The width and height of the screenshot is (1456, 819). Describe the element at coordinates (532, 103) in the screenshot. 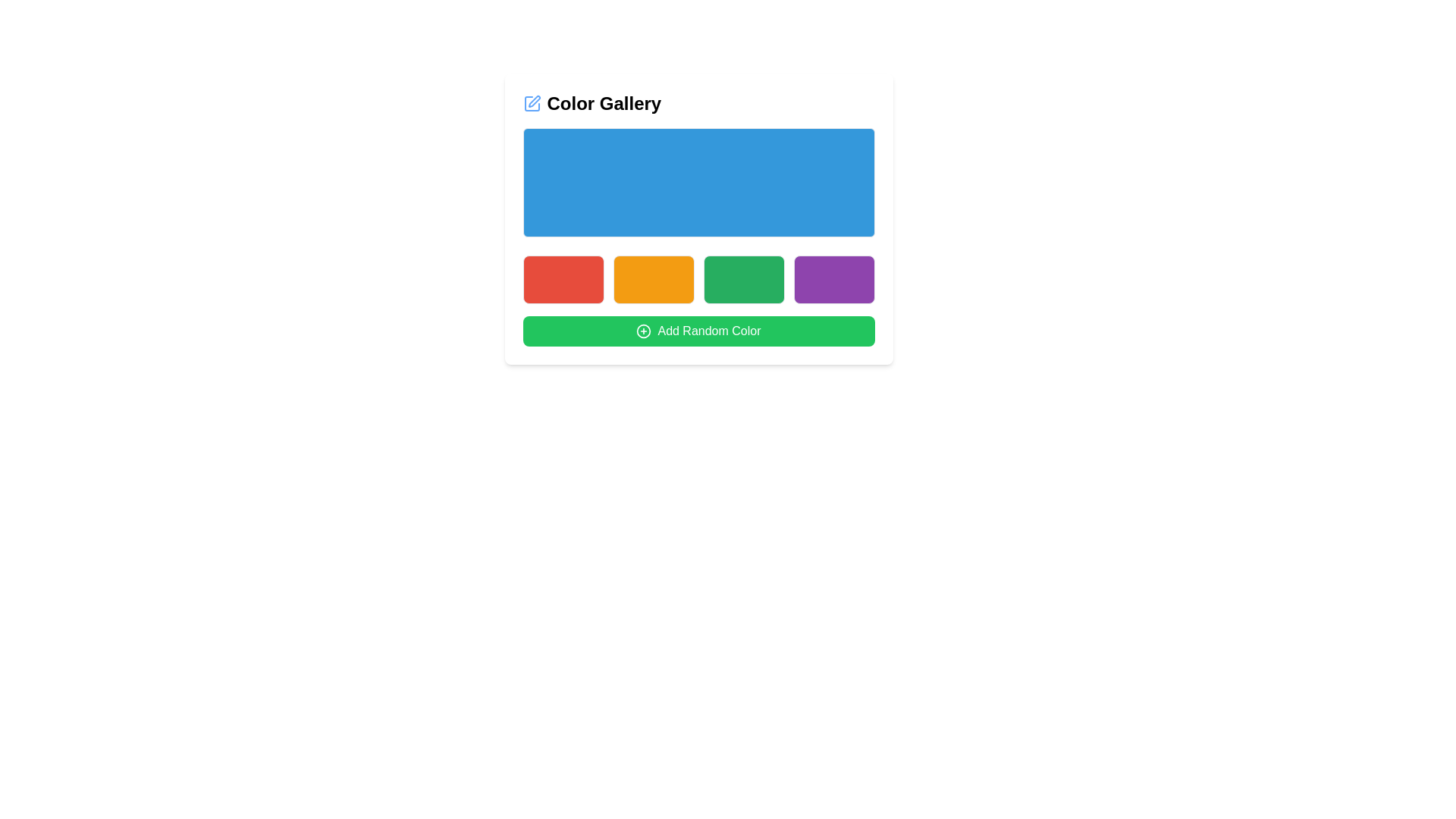

I see `the blue pen icon button located to the left of the 'Color Gallery' text` at that location.